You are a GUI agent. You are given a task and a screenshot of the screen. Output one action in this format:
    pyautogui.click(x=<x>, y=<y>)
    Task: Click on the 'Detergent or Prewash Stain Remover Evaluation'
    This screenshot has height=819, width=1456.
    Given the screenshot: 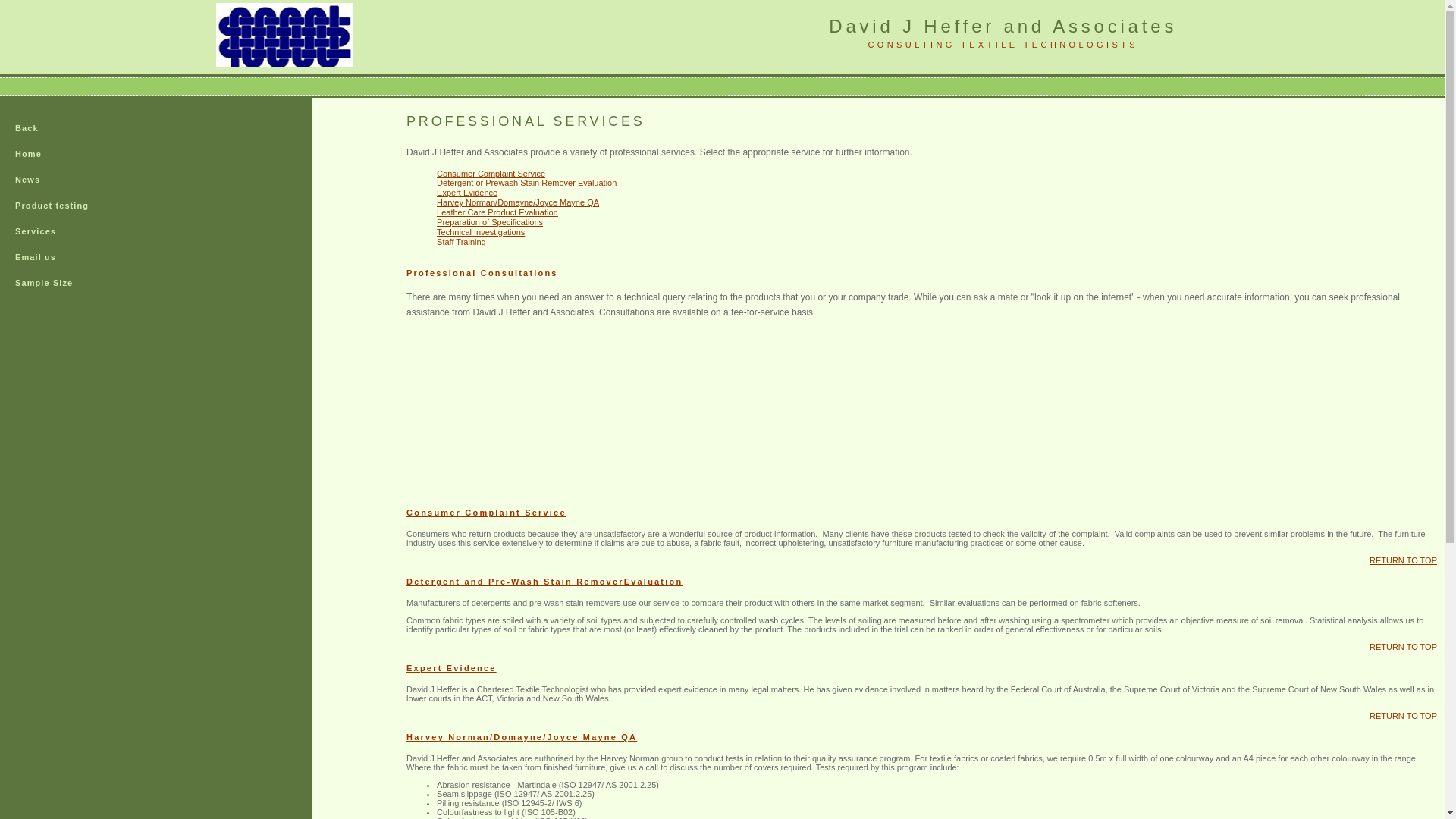 What is the action you would take?
    pyautogui.click(x=526, y=181)
    